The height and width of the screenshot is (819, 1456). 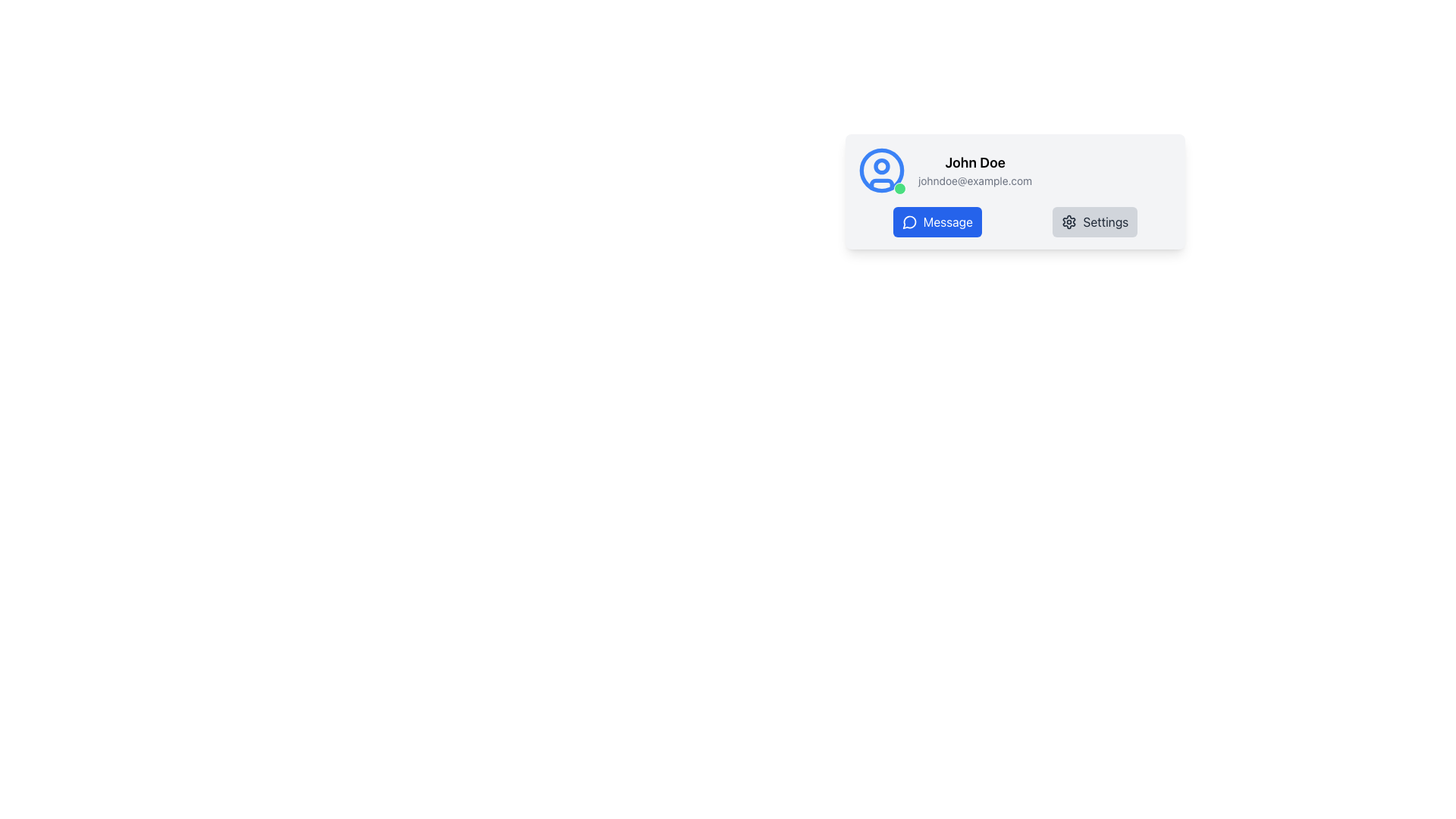 I want to click on the circular blue user avatar icon with a green badge located at the left end of the layout containing the username 'John Doe' and email 'johndoe@example.com', so click(x=881, y=170).